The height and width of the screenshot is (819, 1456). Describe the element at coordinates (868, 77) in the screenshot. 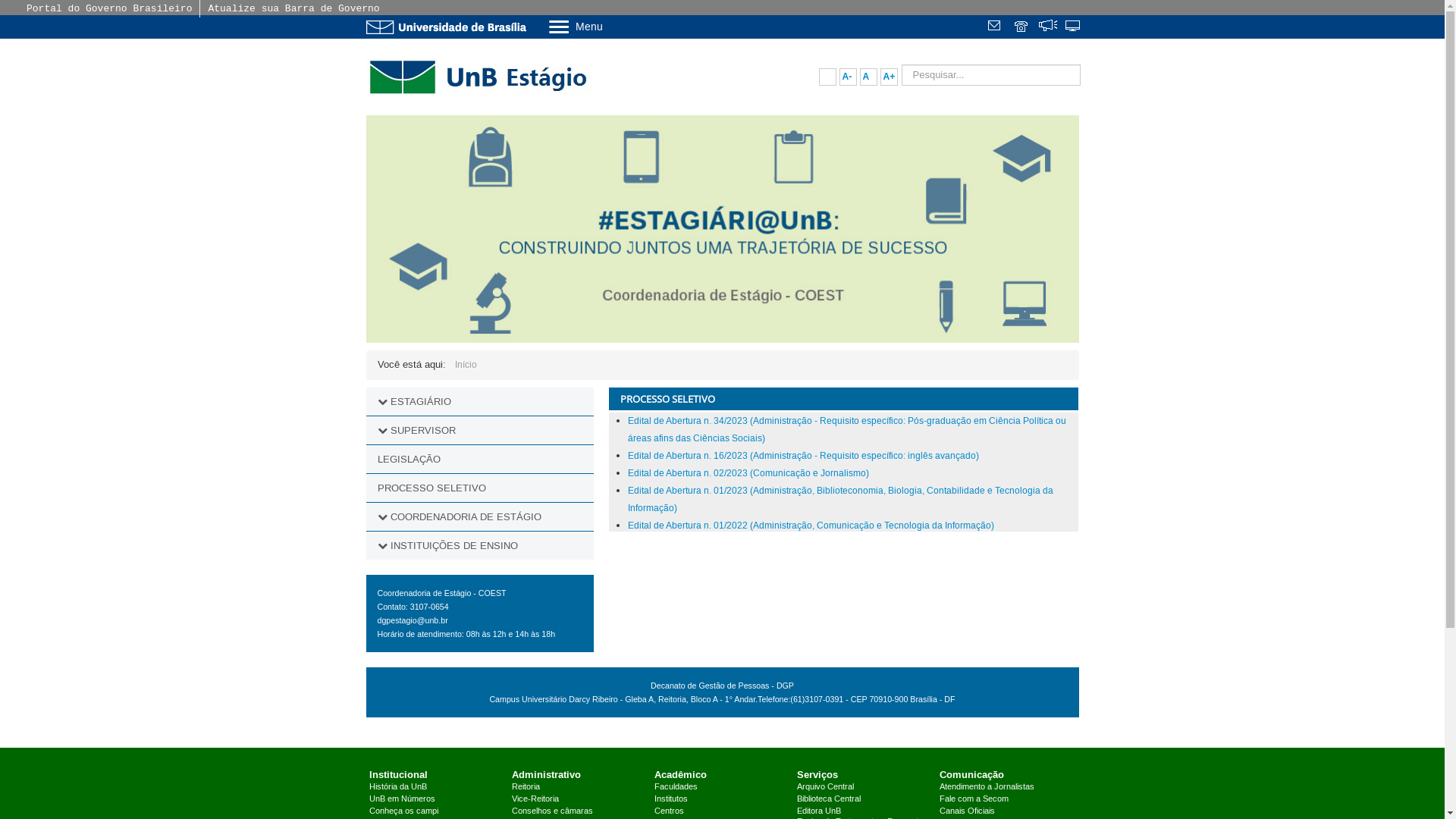

I see `'A'` at that location.